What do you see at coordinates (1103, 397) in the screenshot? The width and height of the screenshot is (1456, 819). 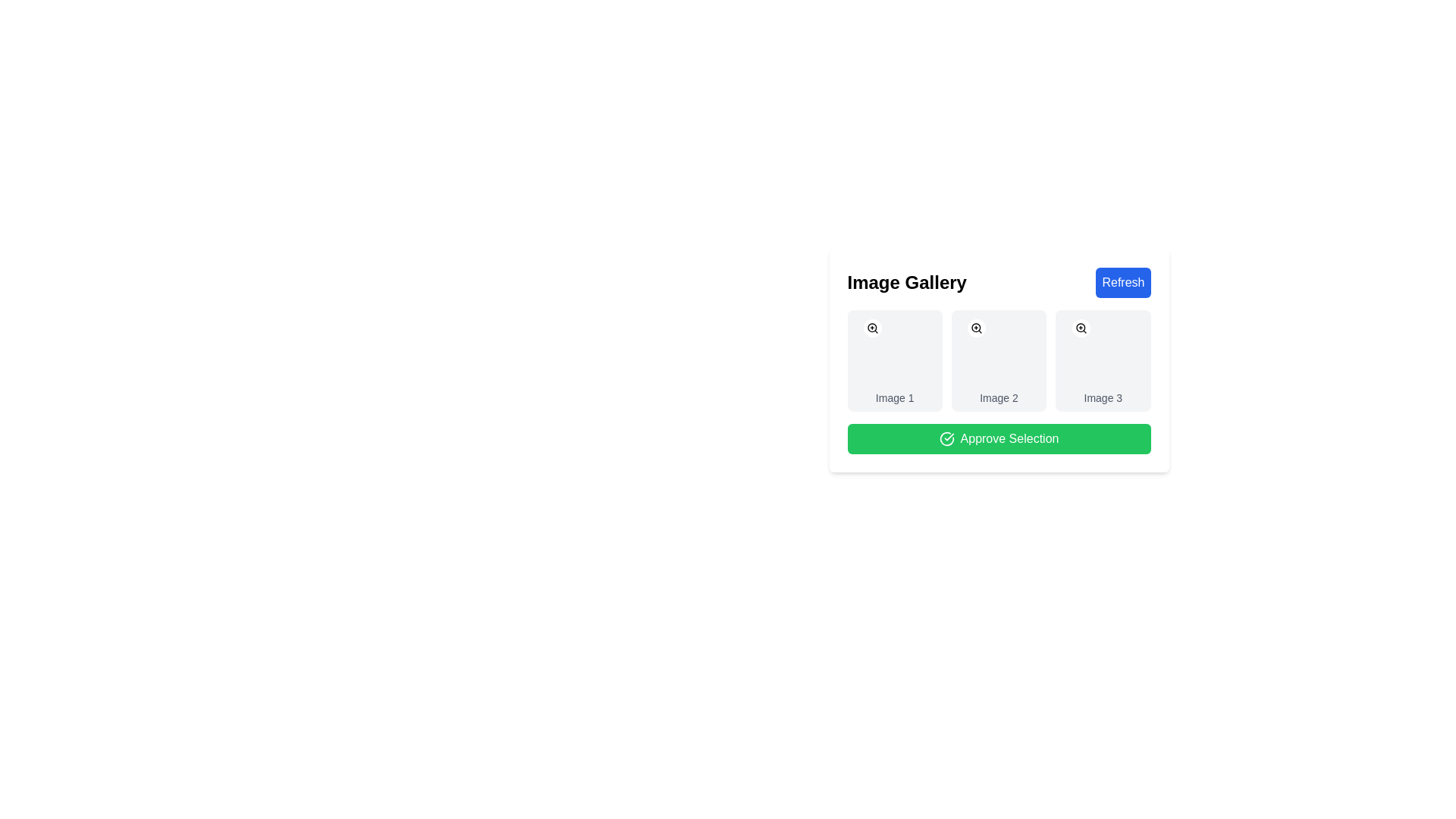 I see `the text label displaying 'Image 3' in a smaller, gray-colored font, located in the third column of the image gallery below the corresponding image placeholder and magnifying glass icon` at bounding box center [1103, 397].